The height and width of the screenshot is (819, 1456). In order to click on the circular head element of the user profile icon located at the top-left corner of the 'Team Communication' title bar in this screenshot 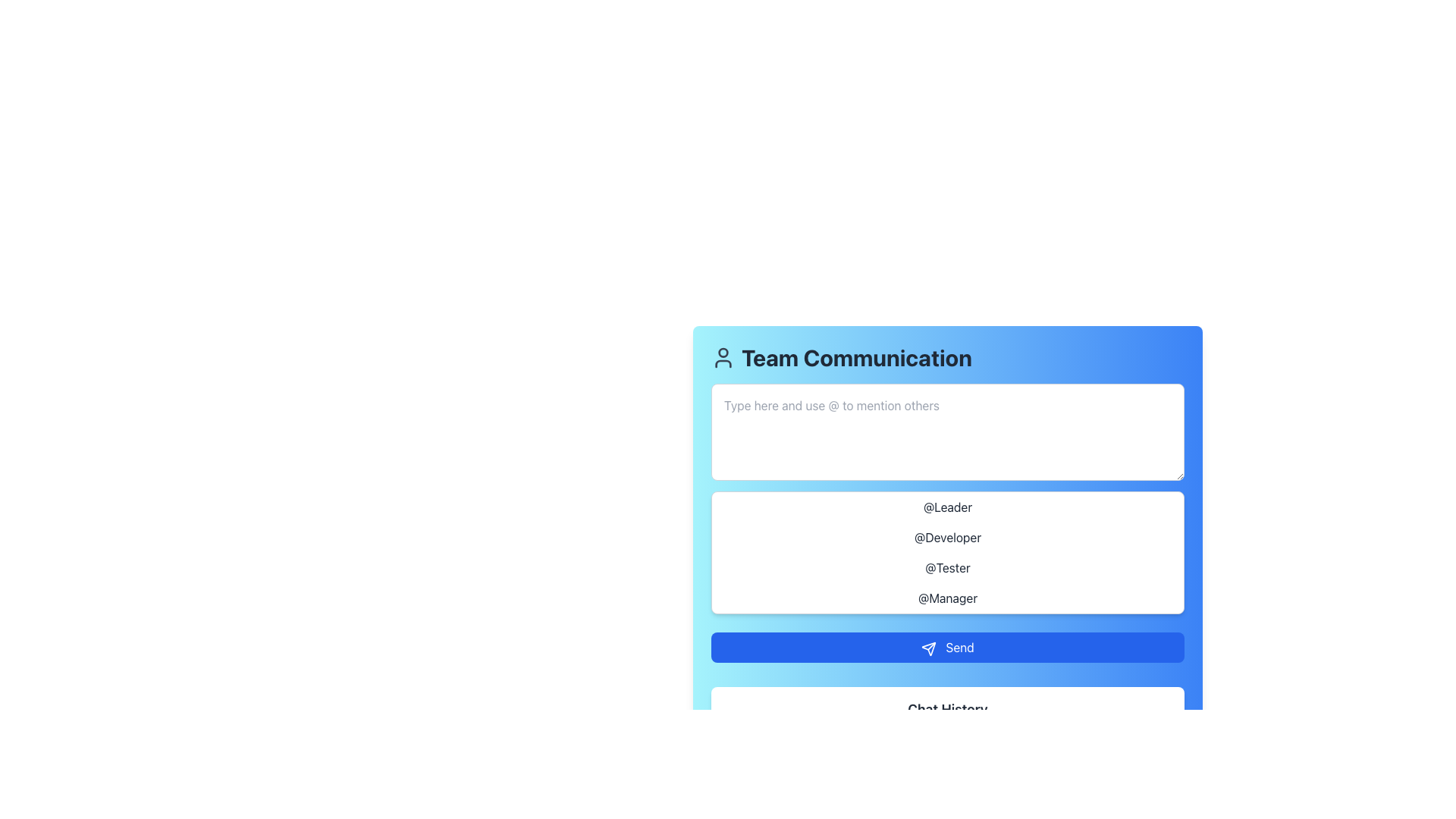, I will do `click(723, 353)`.